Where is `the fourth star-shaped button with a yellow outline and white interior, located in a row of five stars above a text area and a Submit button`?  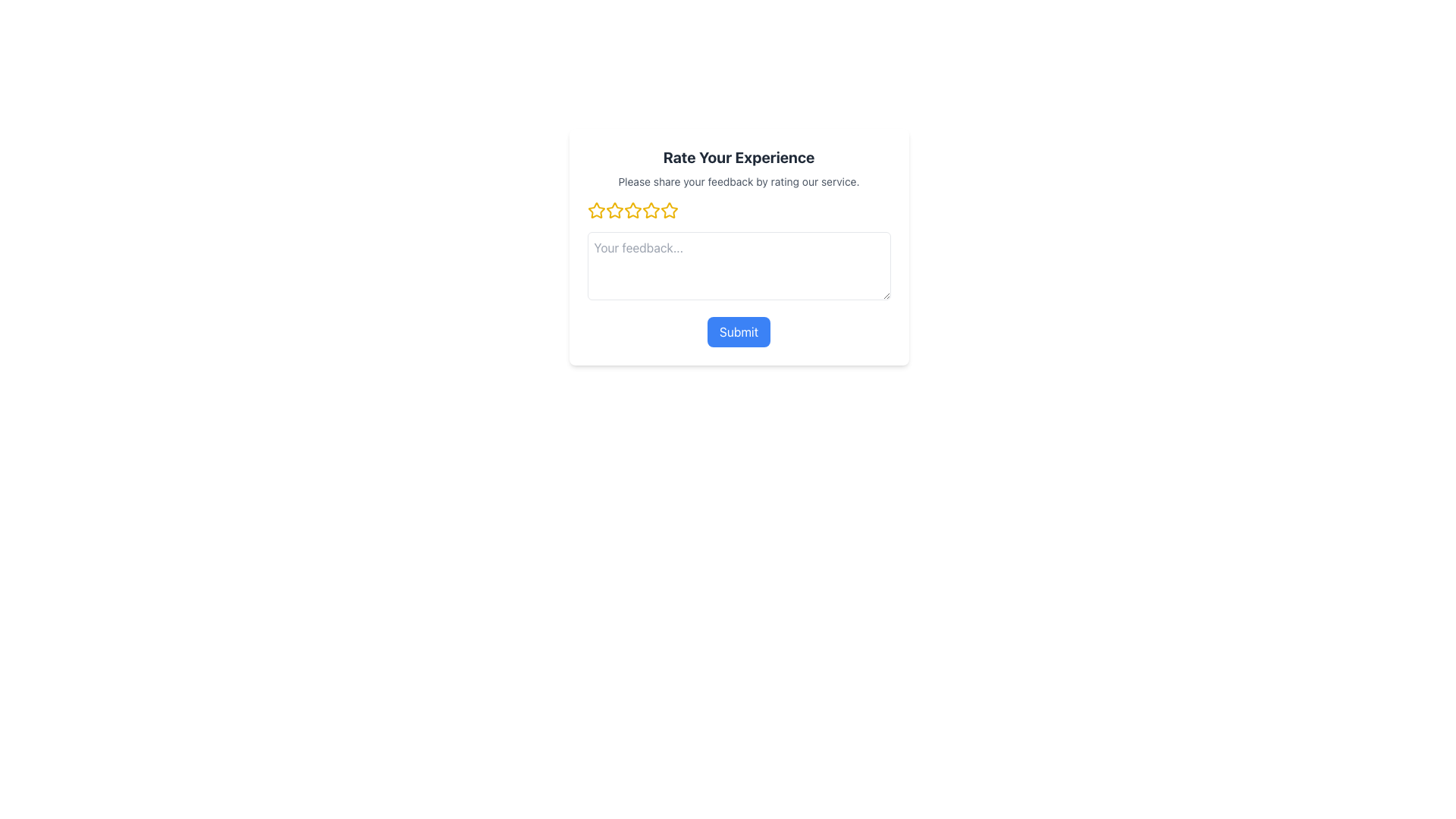 the fourth star-shaped button with a yellow outline and white interior, located in a row of five stars above a text area and a Submit button is located at coordinates (651, 210).